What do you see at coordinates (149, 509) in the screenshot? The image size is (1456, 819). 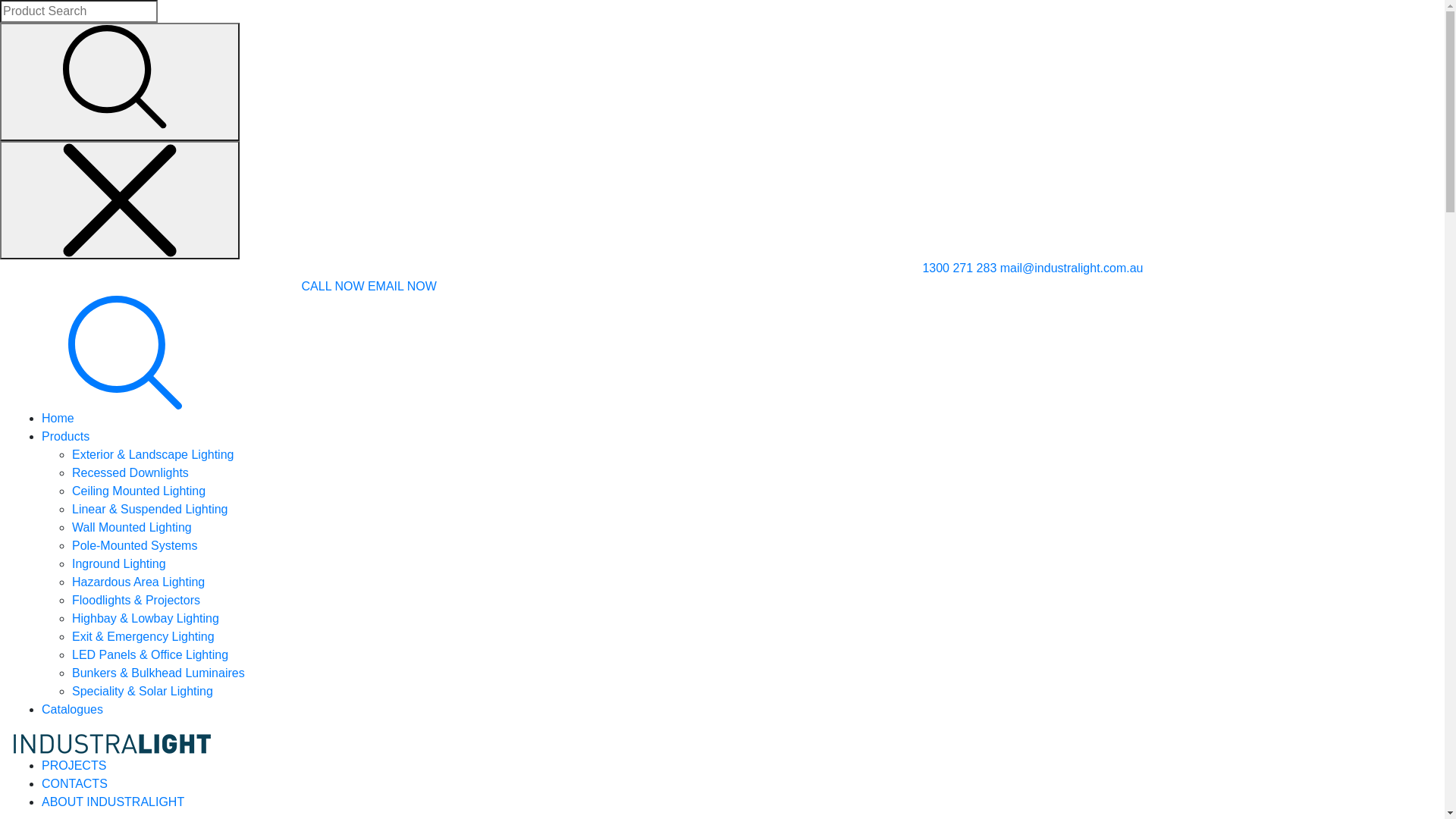 I see `'Linear & Suspended Lighting'` at bounding box center [149, 509].